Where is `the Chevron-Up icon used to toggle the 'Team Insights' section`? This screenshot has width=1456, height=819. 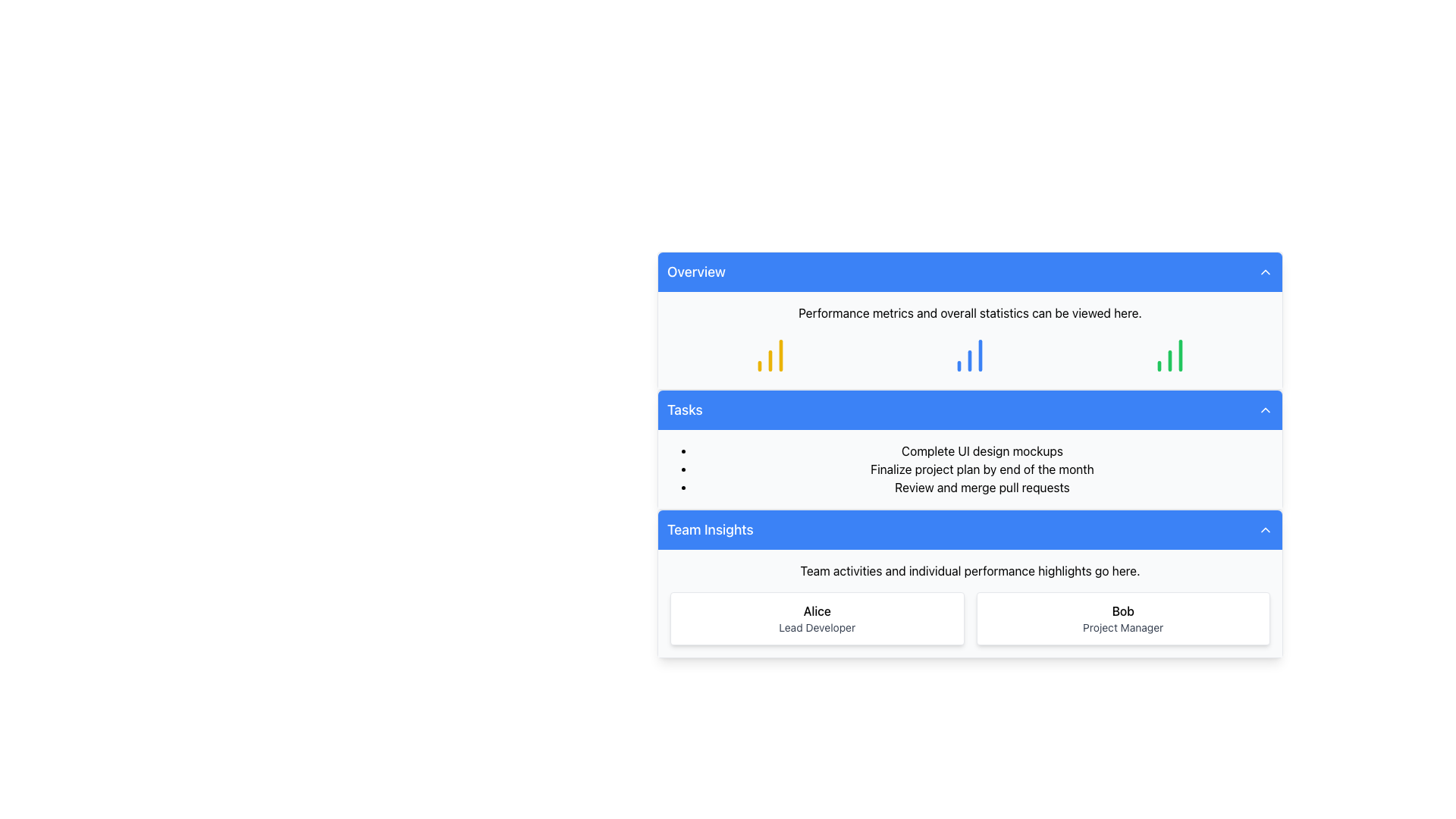 the Chevron-Up icon used to toggle the 'Team Insights' section is located at coordinates (1266, 529).